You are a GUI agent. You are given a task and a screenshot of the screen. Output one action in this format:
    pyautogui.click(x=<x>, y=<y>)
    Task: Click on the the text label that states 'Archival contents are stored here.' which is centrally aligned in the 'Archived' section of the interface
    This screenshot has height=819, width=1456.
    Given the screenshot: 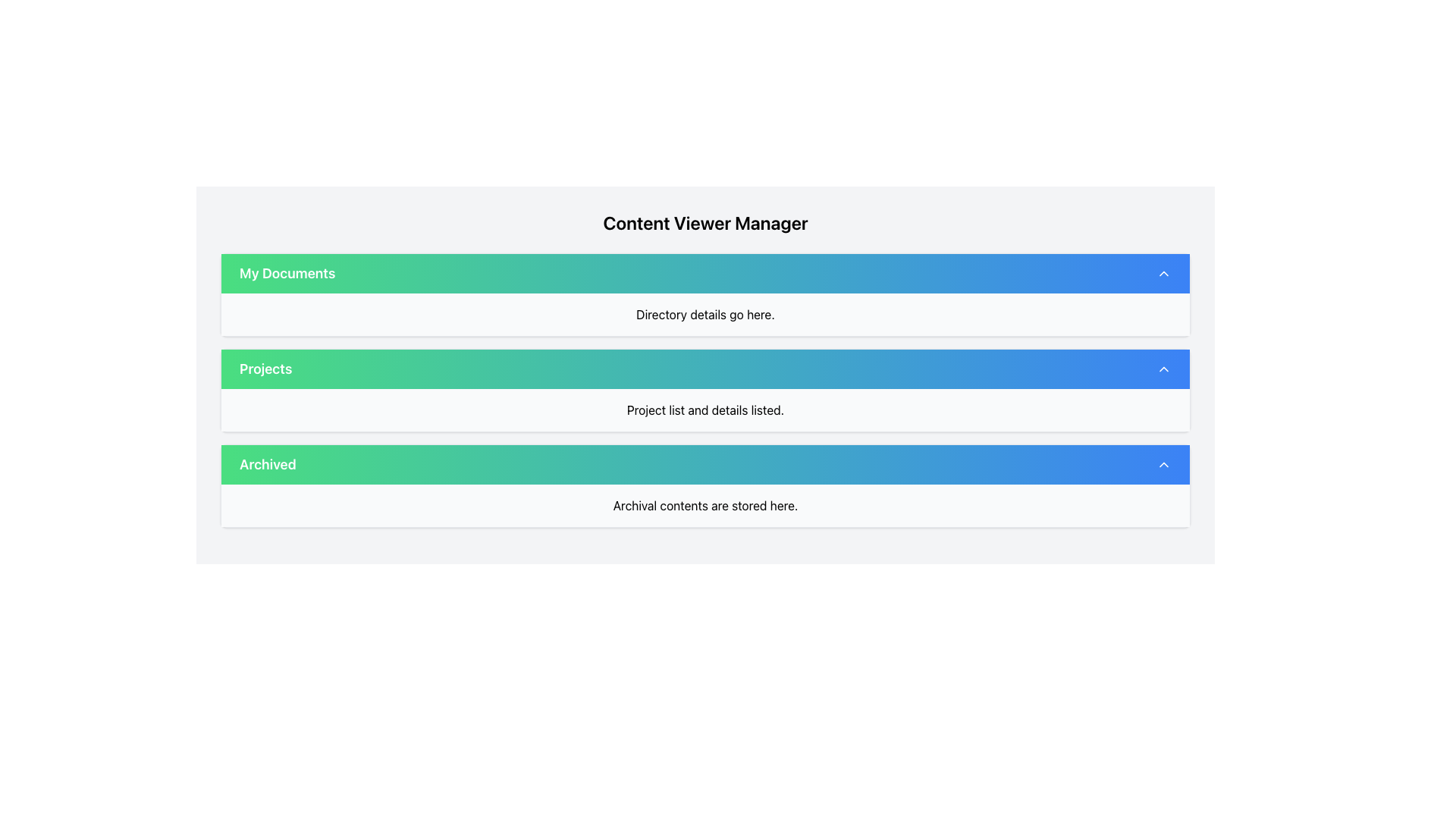 What is the action you would take?
    pyautogui.click(x=704, y=506)
    